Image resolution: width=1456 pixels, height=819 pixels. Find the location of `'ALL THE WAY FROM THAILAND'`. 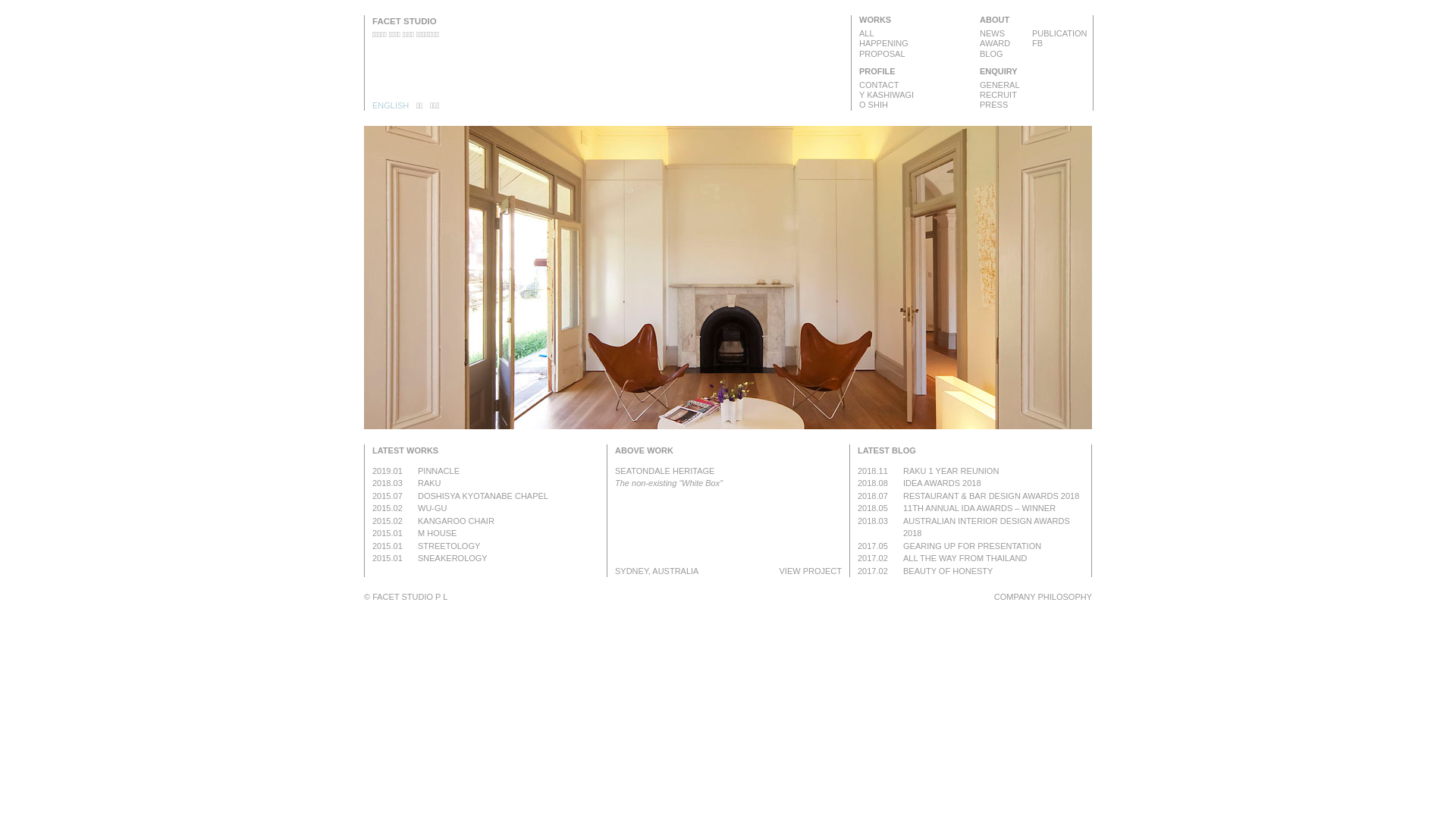

'ALL THE WAY FROM THAILAND' is located at coordinates (993, 558).